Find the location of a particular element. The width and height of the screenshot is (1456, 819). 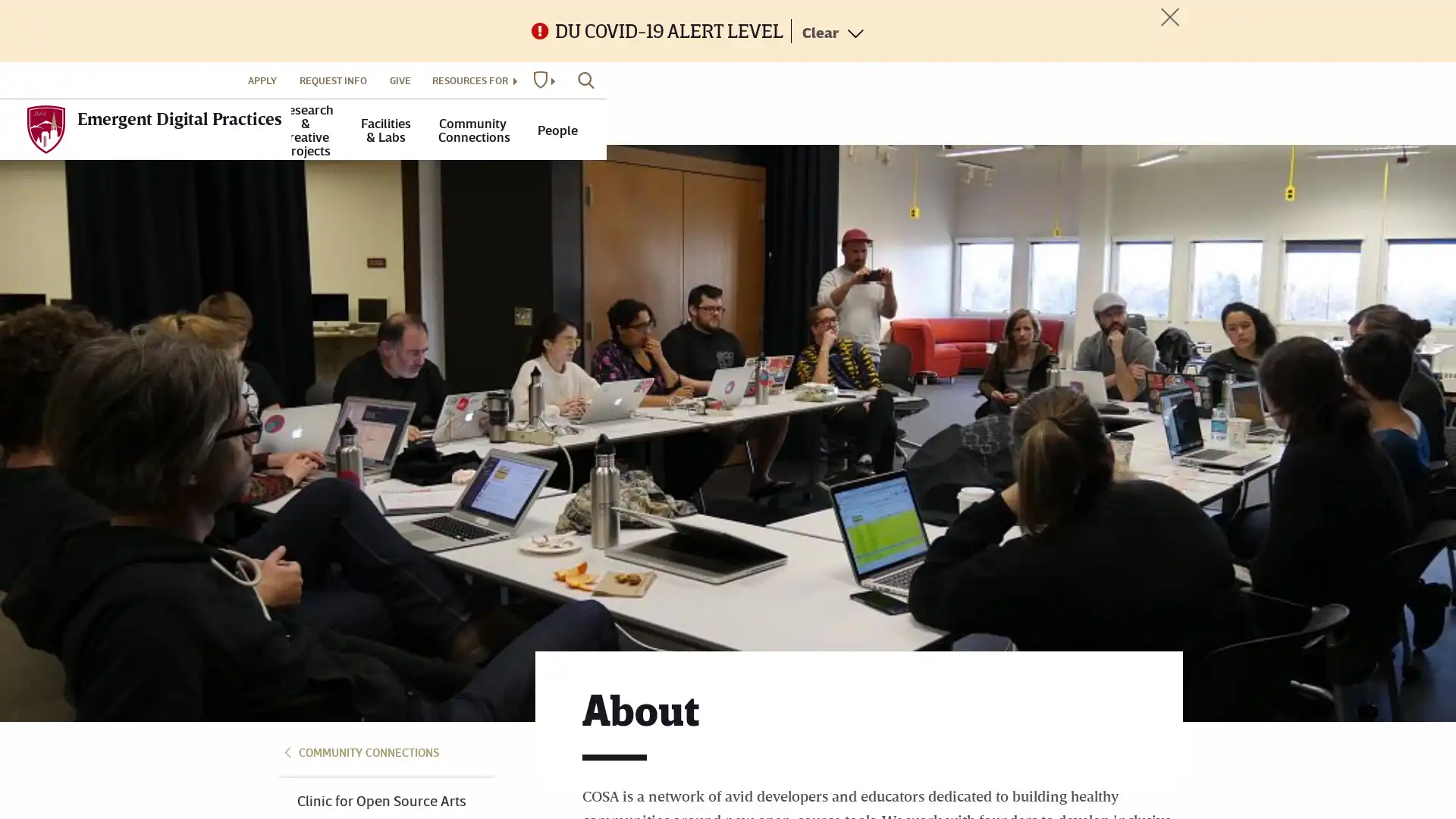

RESOURCES FOR is located at coordinates (1048, 80).